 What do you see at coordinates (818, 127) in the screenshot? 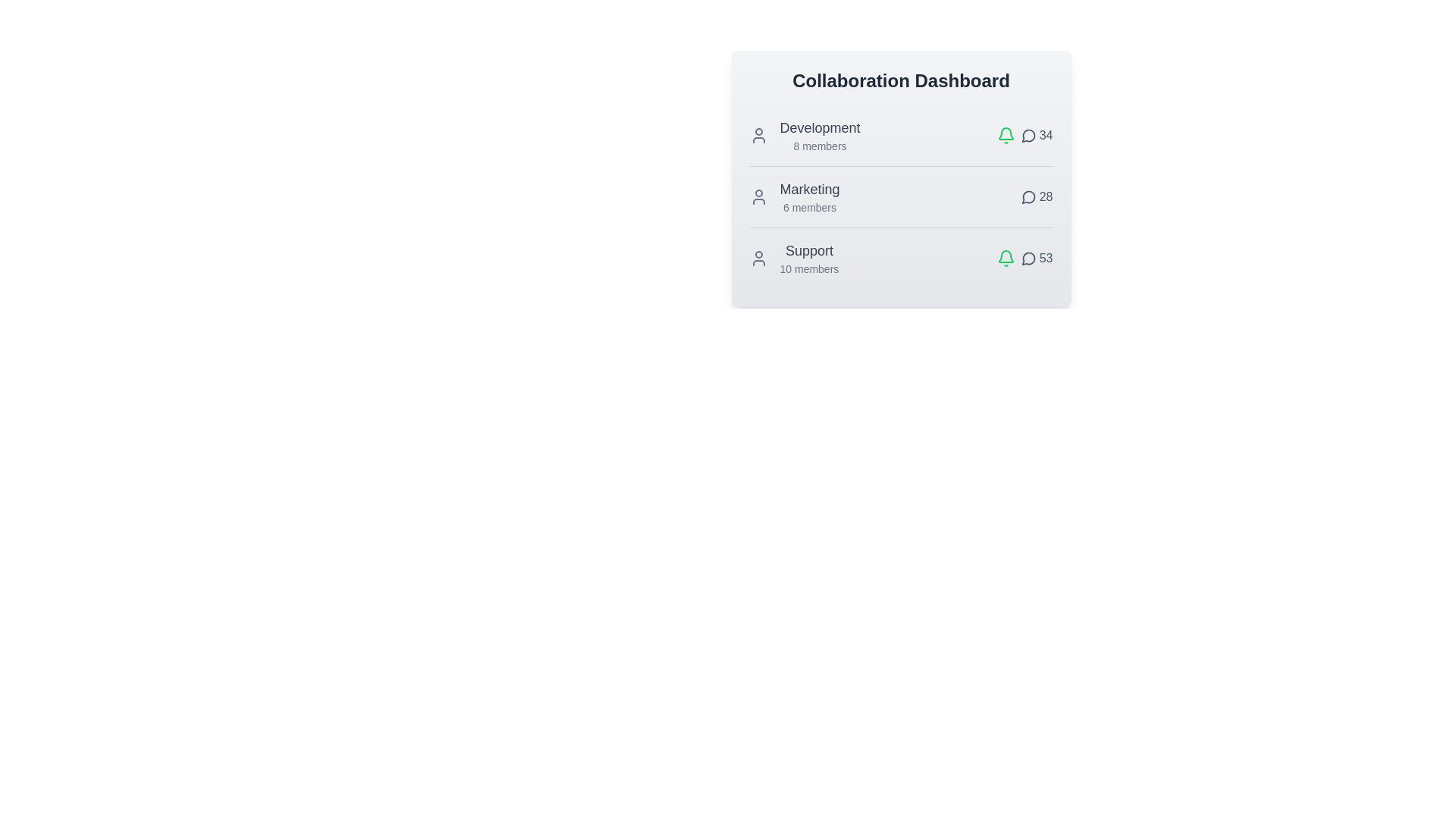
I see `the team name Development` at bounding box center [818, 127].